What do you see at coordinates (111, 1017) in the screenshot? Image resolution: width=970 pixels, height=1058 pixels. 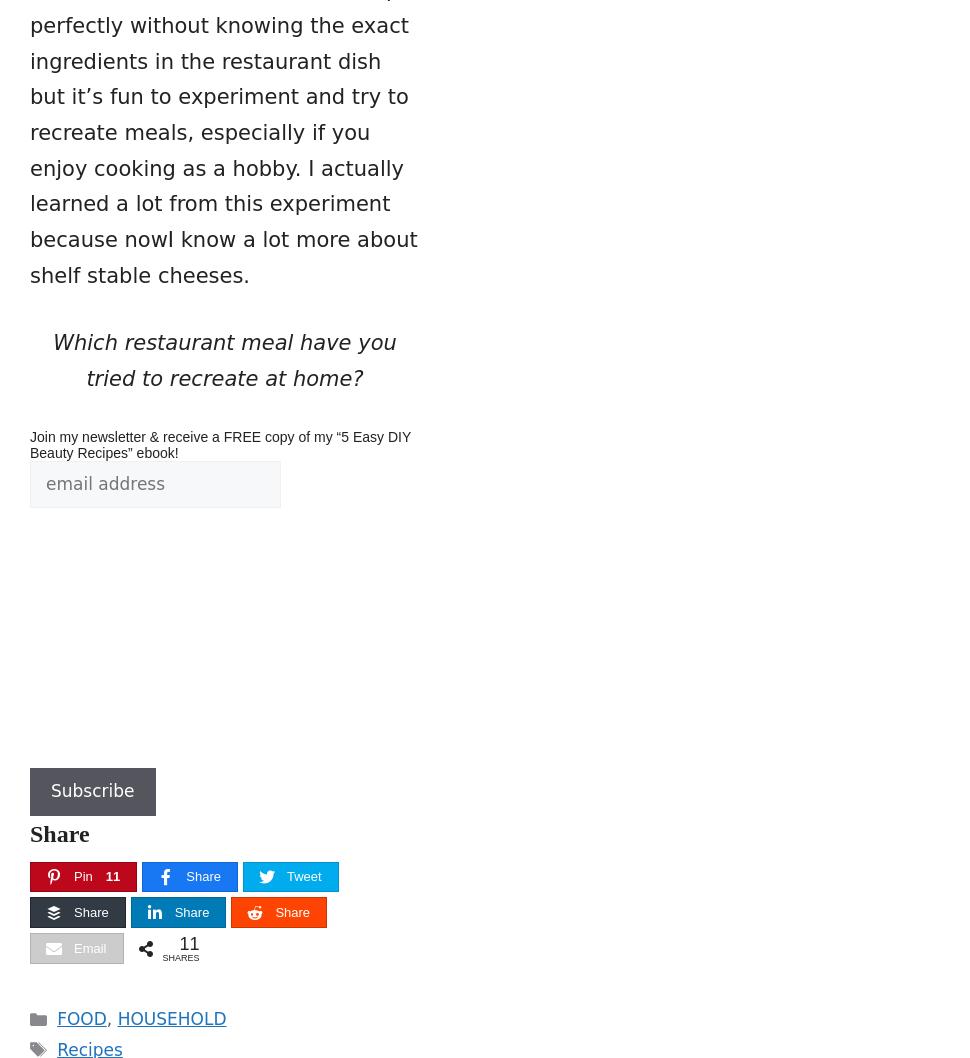 I see `','` at bounding box center [111, 1017].